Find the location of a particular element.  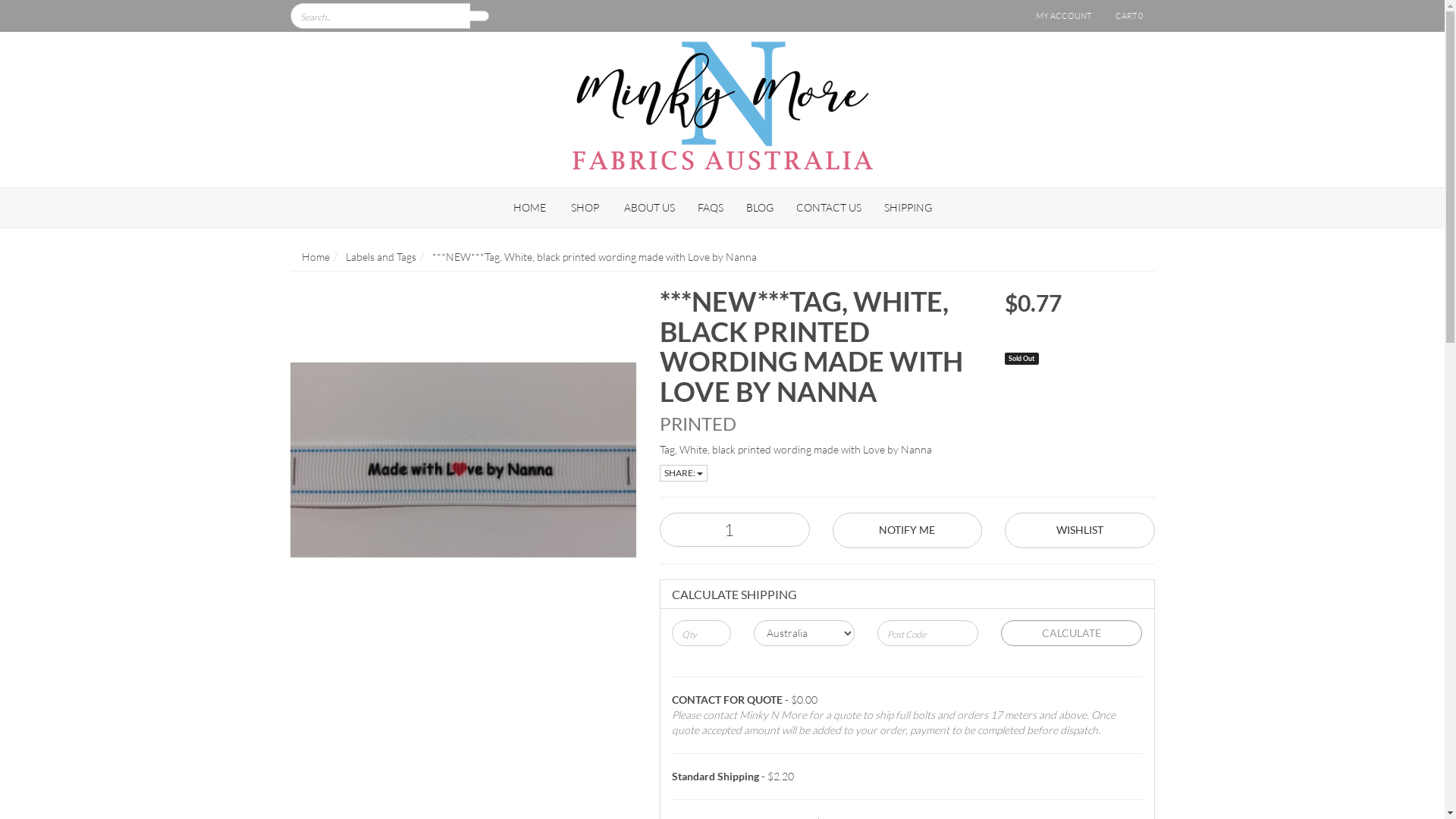

'CALCULATE' is located at coordinates (1071, 632).